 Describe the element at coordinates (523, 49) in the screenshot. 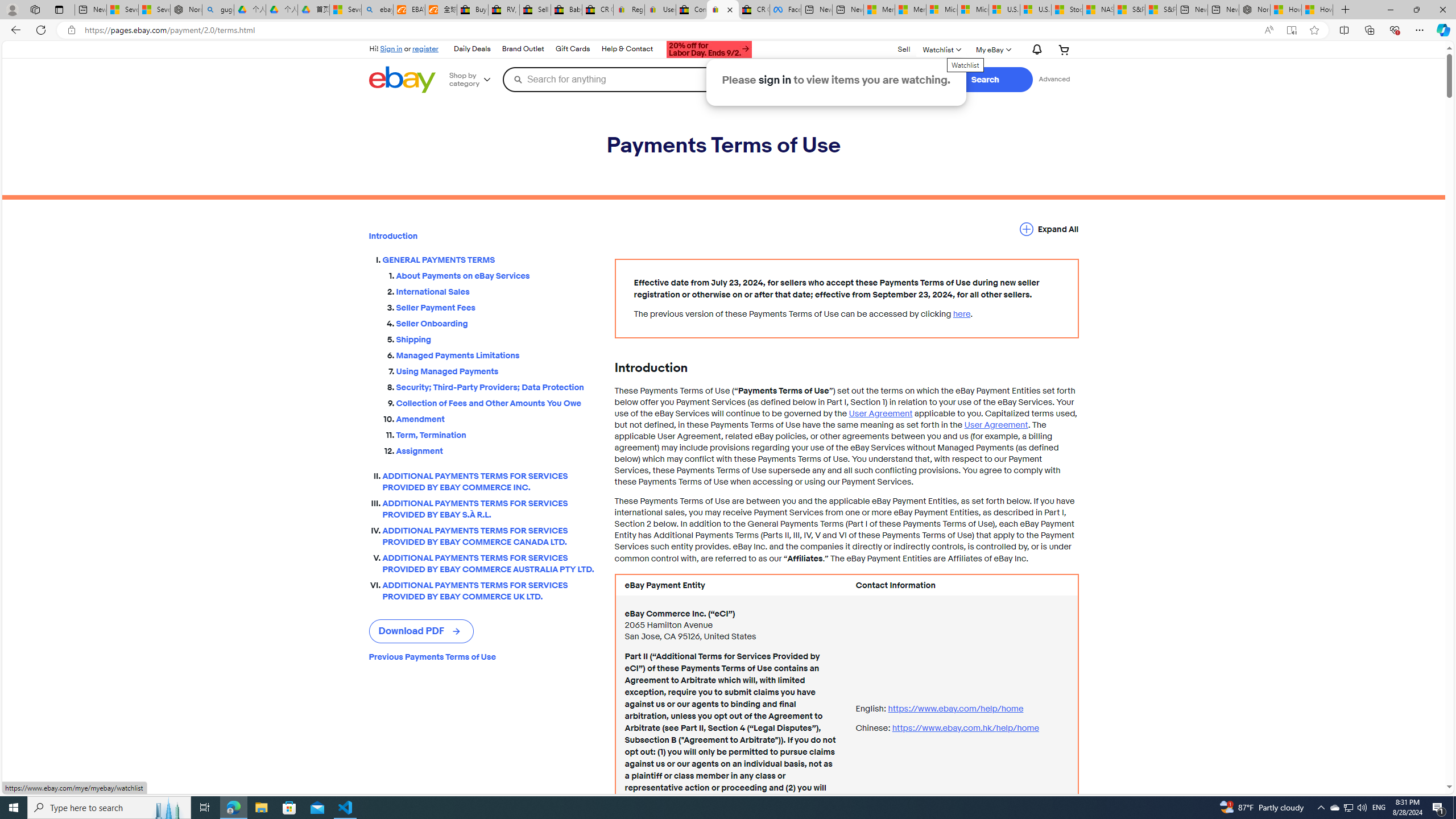

I see `'Brand Outlet'` at that location.